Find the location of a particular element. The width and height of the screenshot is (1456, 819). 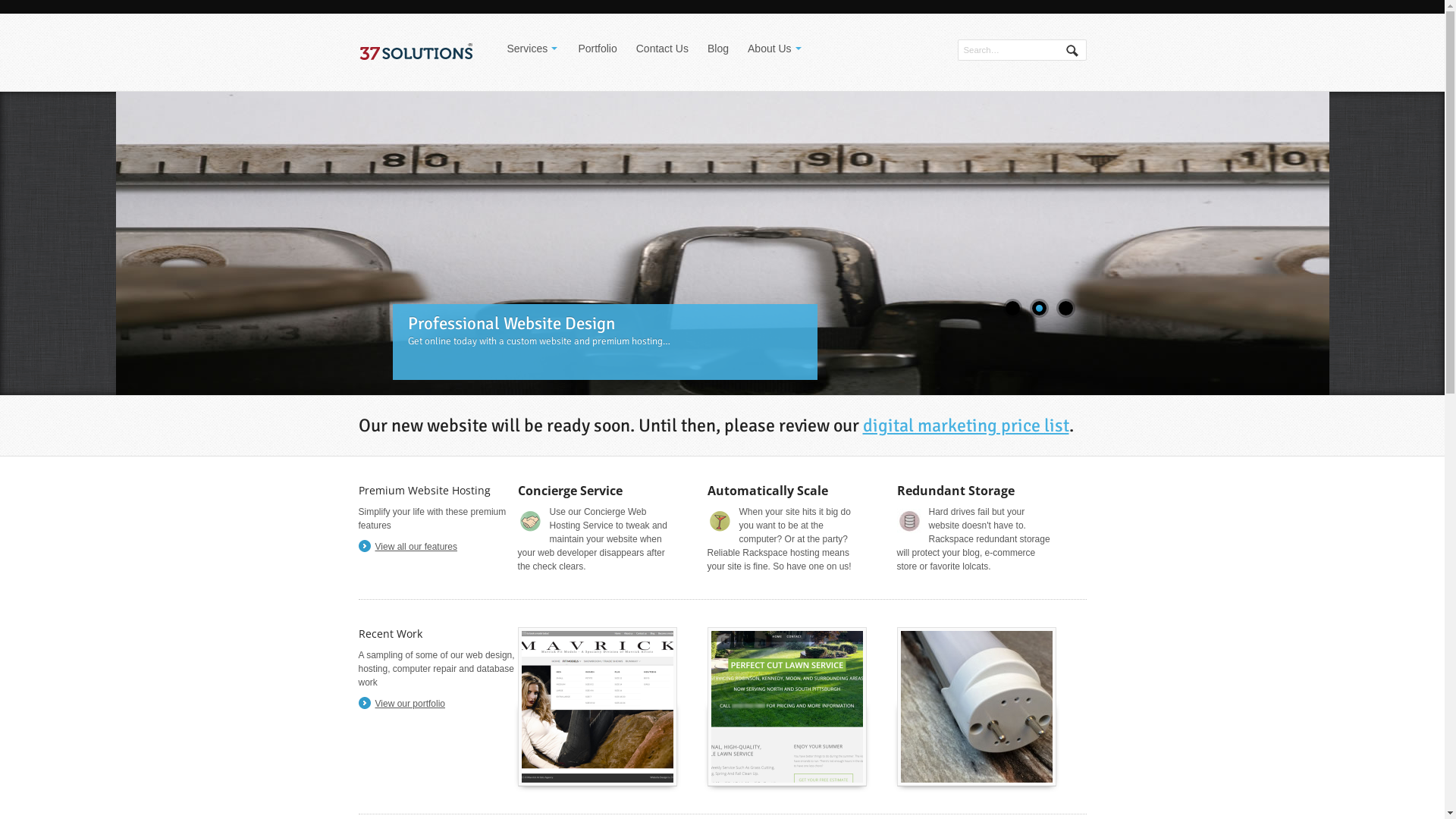

'T8 LEDs Now' is located at coordinates (976, 707).